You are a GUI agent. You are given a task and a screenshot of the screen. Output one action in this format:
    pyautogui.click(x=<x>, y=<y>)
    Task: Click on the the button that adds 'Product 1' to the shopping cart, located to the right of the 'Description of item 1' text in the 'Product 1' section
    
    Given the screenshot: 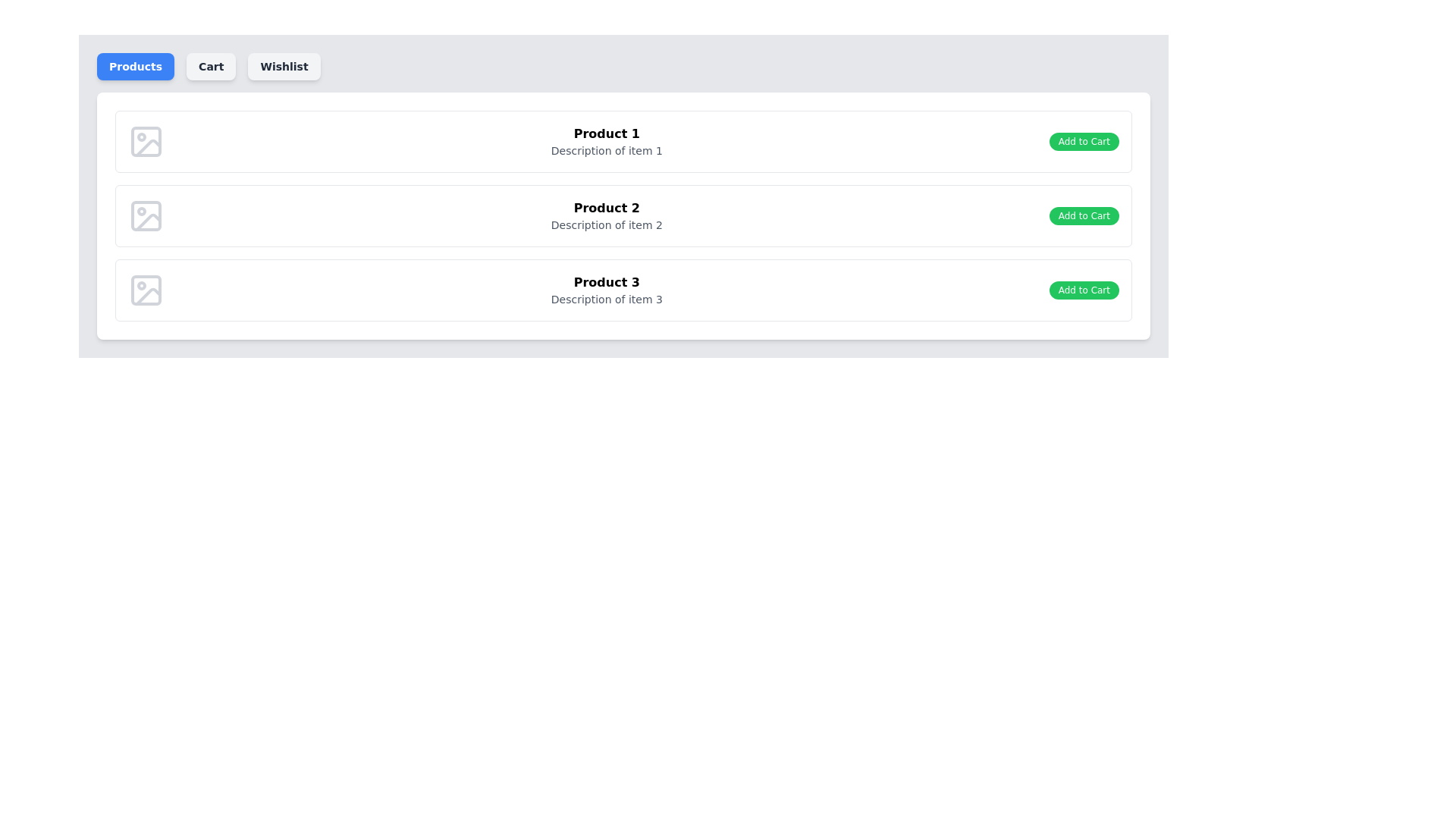 What is the action you would take?
    pyautogui.click(x=1083, y=141)
    